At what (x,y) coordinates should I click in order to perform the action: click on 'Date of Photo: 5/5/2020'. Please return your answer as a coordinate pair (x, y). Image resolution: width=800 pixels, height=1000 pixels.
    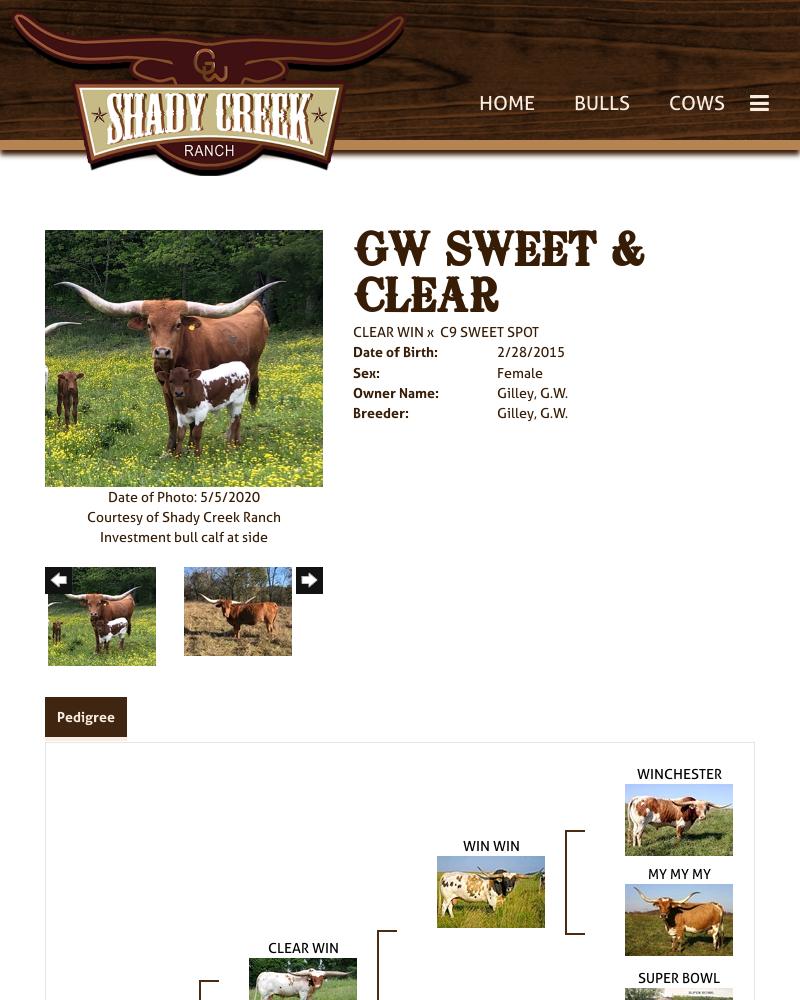
    Looking at the image, I should click on (183, 494).